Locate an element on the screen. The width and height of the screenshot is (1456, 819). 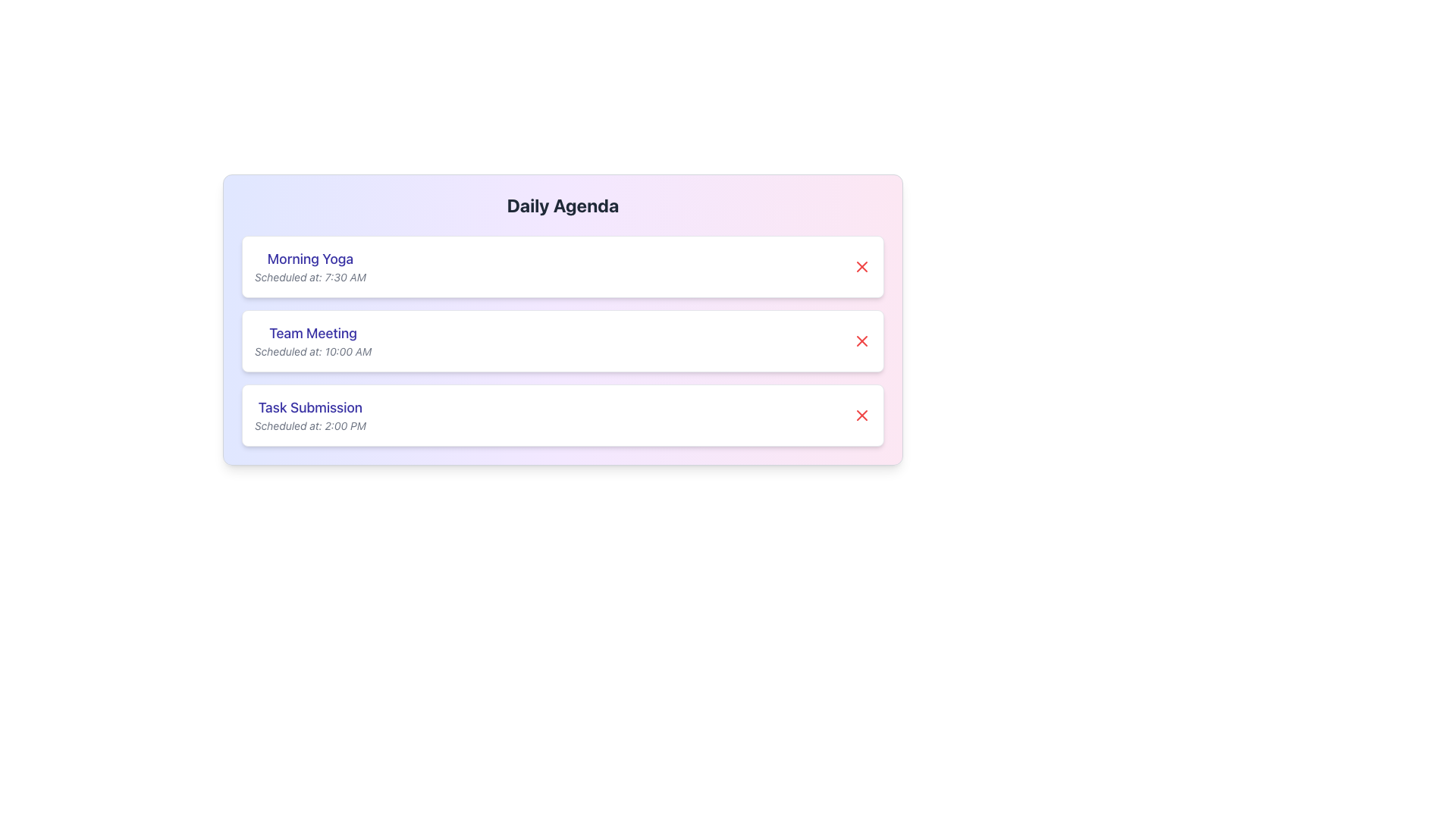
the red 'X' icon located at the rightmost end of the first agenda item, next to 'Morning Yoga - Scheduled at: 7:30 AM' is located at coordinates (862, 265).